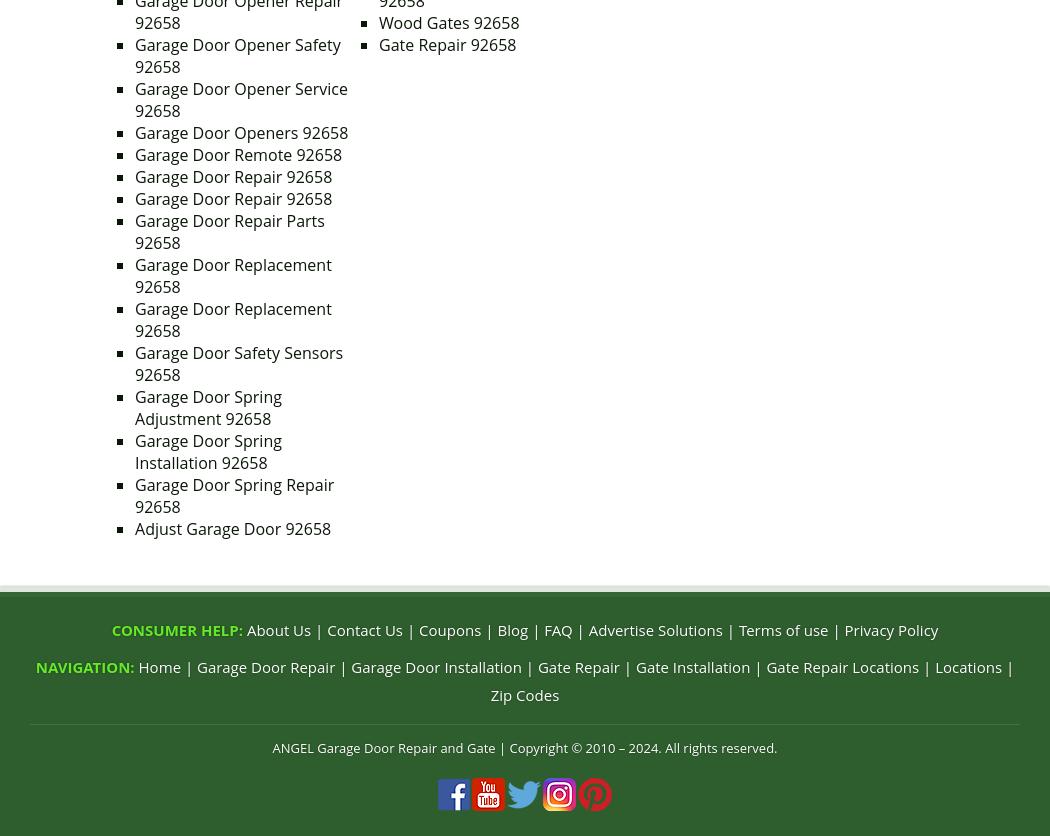 The height and width of the screenshot is (836, 1050). What do you see at coordinates (450, 630) in the screenshot?
I see `'Coupons'` at bounding box center [450, 630].